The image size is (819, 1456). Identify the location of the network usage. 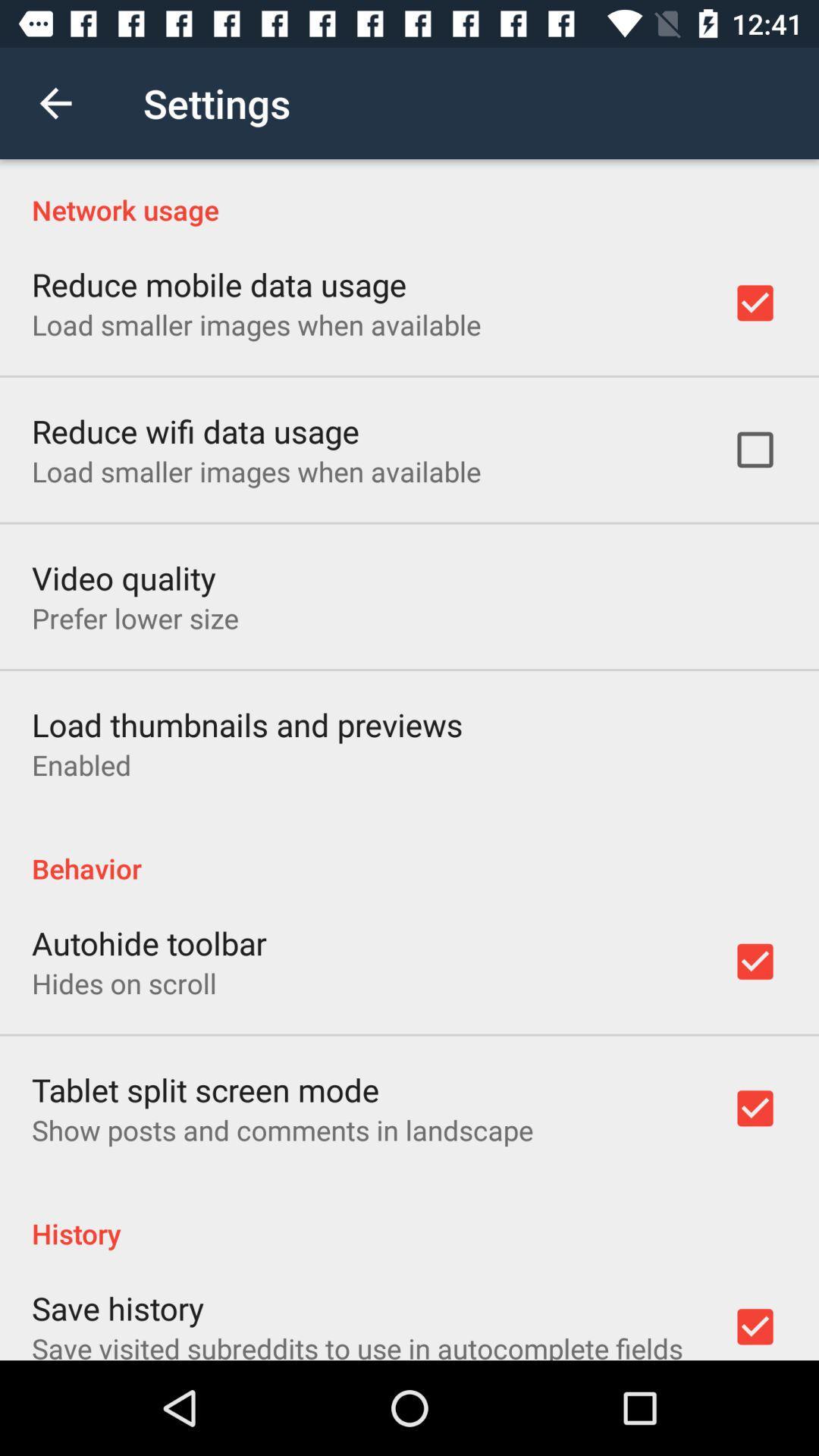
(409, 193).